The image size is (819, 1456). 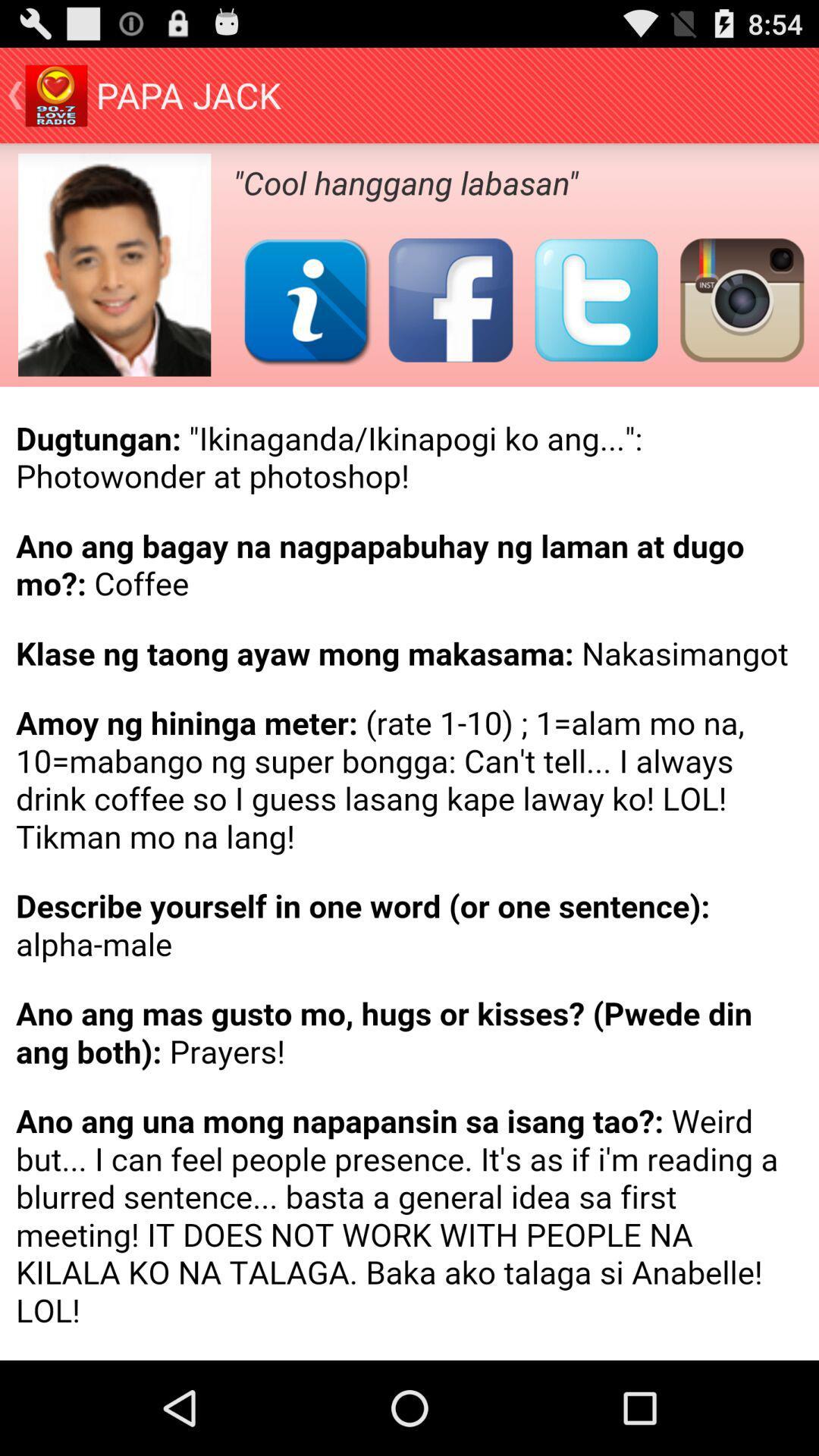 I want to click on connect to facebook, so click(x=450, y=300).